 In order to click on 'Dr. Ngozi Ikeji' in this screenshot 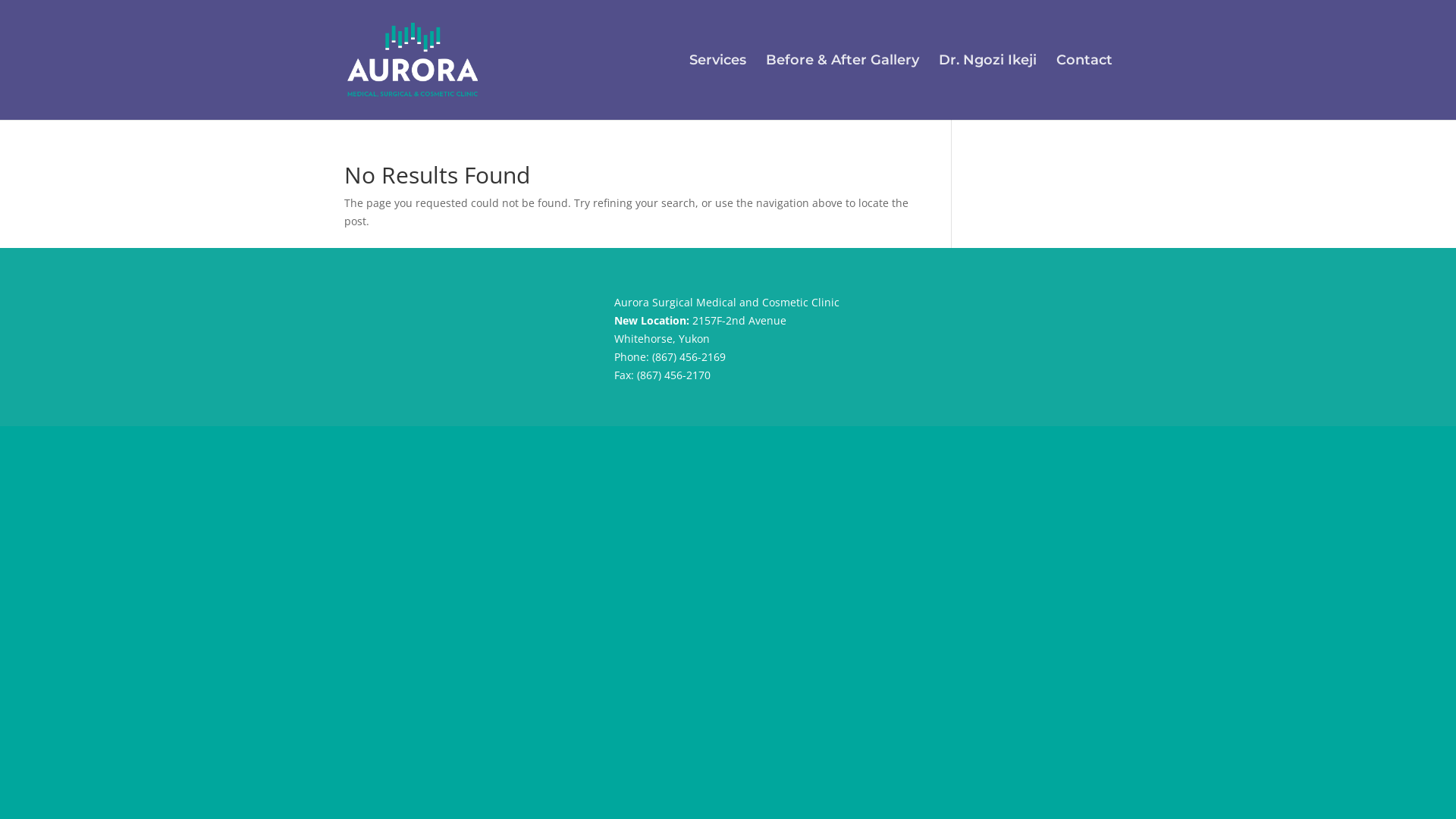, I will do `click(987, 87)`.